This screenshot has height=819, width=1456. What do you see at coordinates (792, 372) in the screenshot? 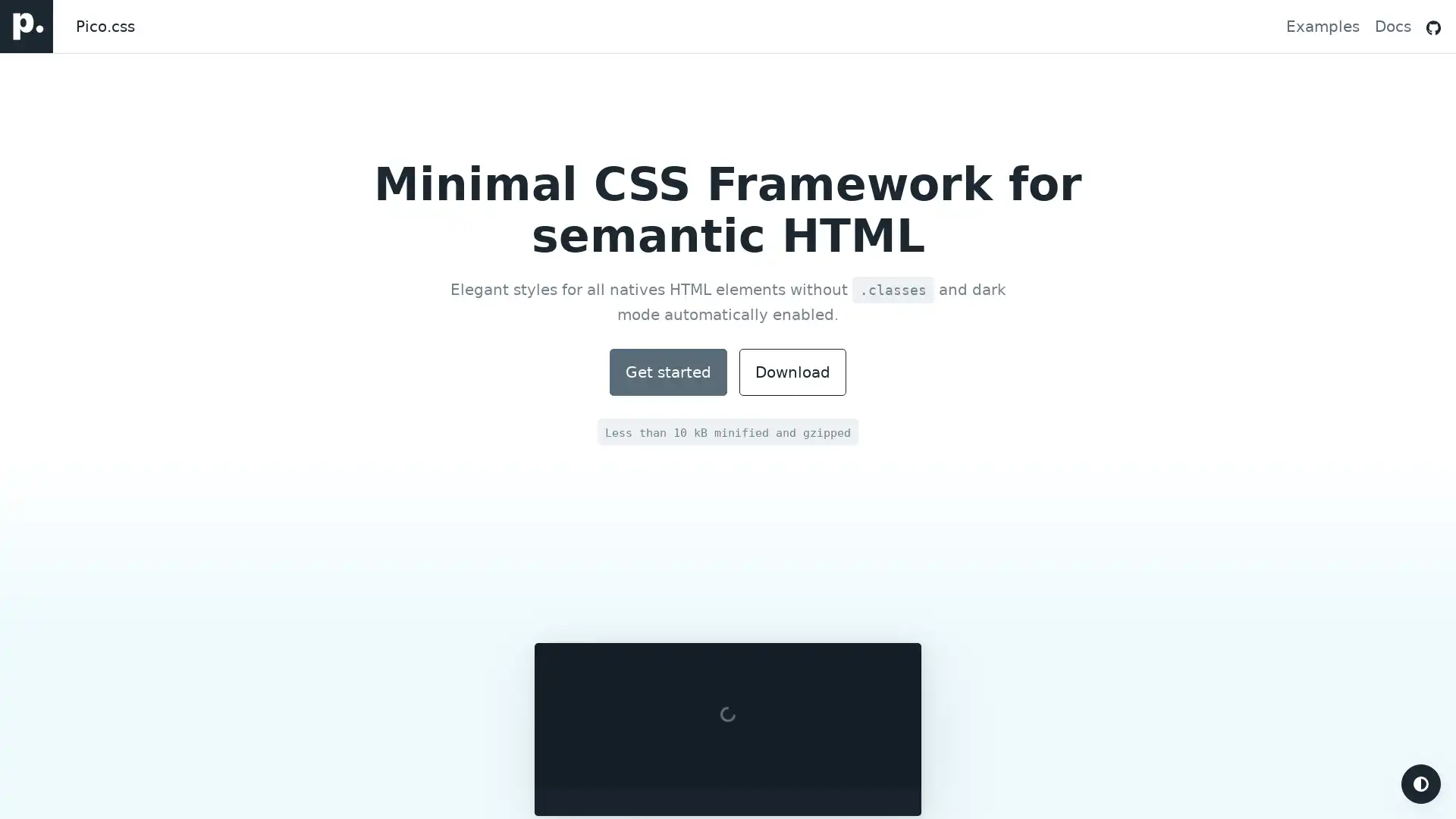
I see `Download` at bounding box center [792, 372].